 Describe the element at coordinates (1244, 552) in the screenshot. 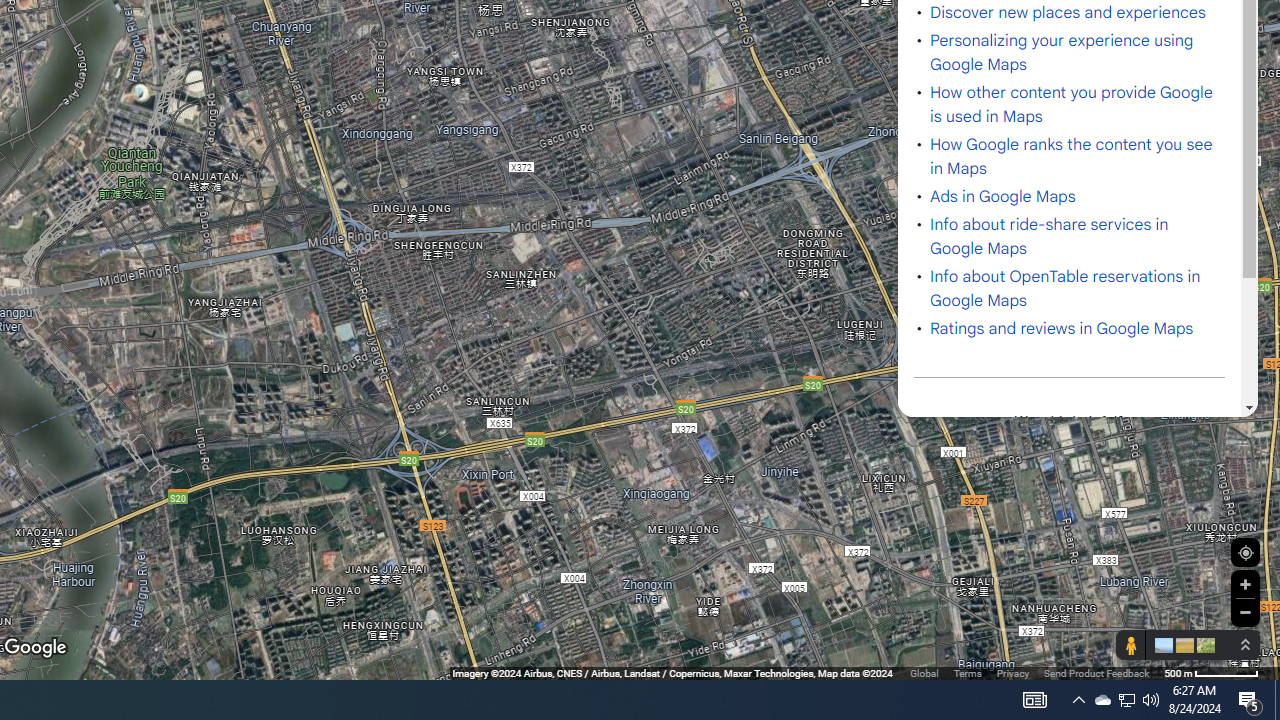

I see `'Show Your Location'` at that location.